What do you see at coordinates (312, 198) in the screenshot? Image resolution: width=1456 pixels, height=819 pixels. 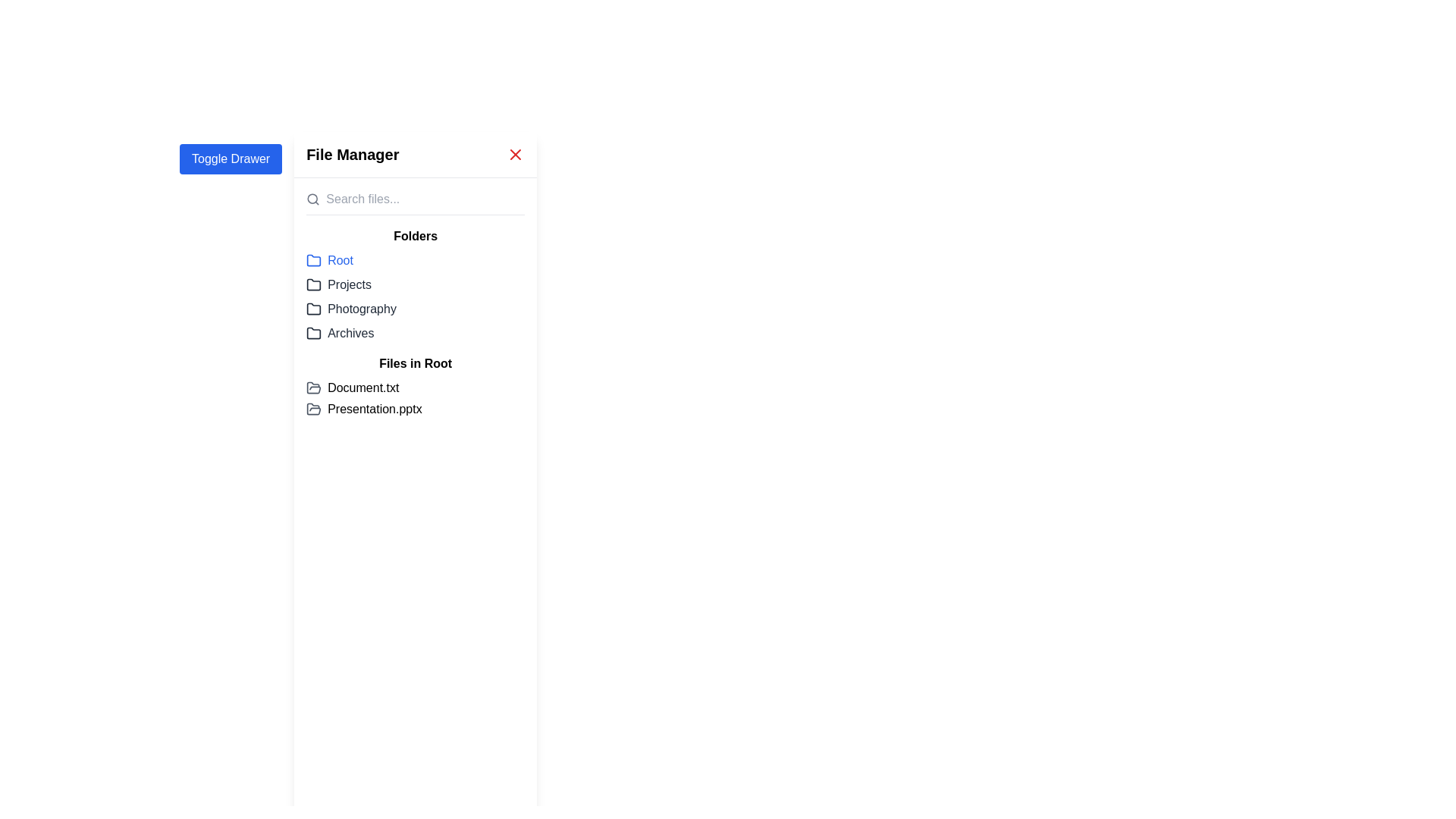 I see `the central circular component of the search icon in the header area of the interface, which is styled in a minimalist vector design and represents a part of an SVG structure` at bounding box center [312, 198].